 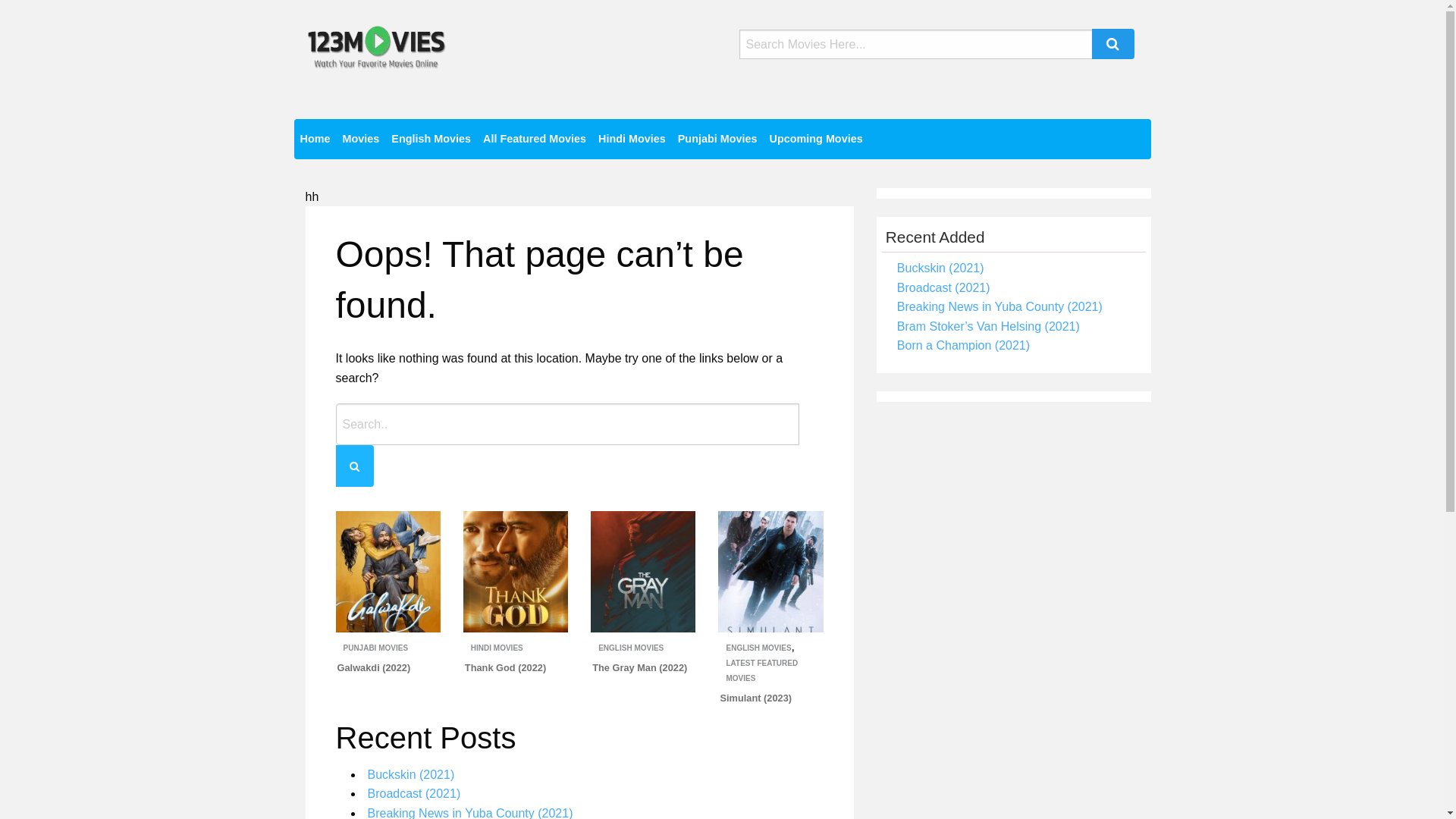 What do you see at coordinates (359, 139) in the screenshot?
I see `'Movies'` at bounding box center [359, 139].